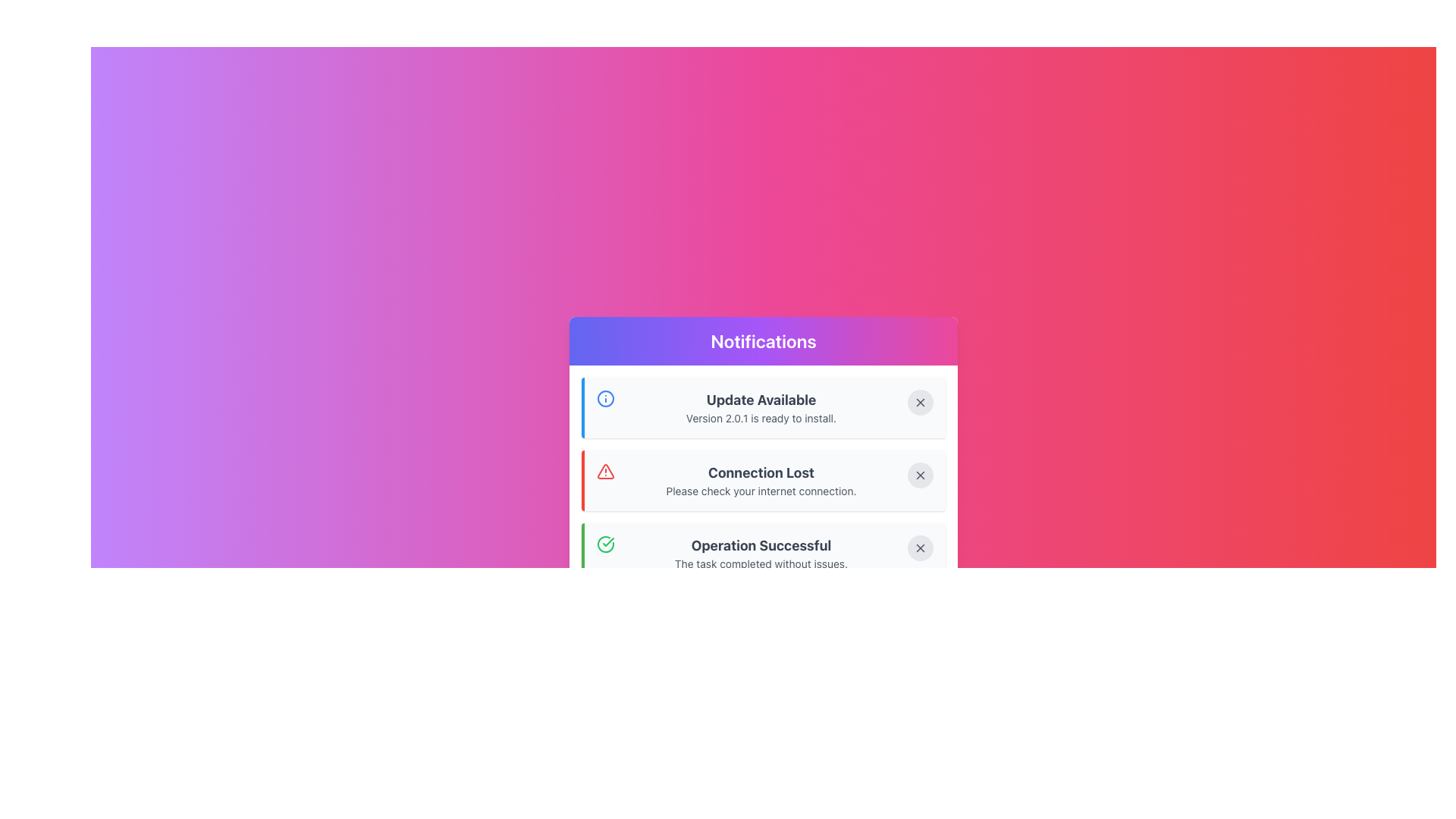 Image resolution: width=1456 pixels, height=819 pixels. What do you see at coordinates (920, 475) in the screenshot?
I see `the close icon located in the top right corner of the second notification item under the 'Connection Lost' section` at bounding box center [920, 475].